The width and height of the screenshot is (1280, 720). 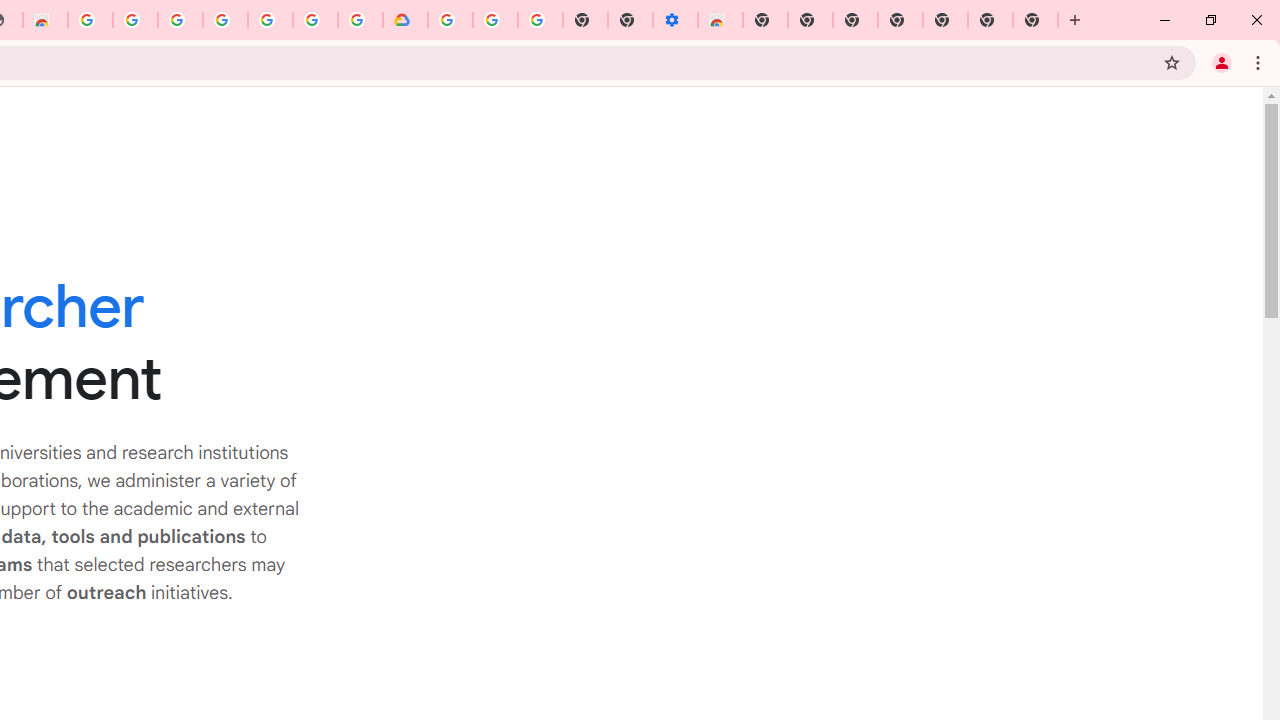 I want to click on 'Google Account Help', so click(x=495, y=20).